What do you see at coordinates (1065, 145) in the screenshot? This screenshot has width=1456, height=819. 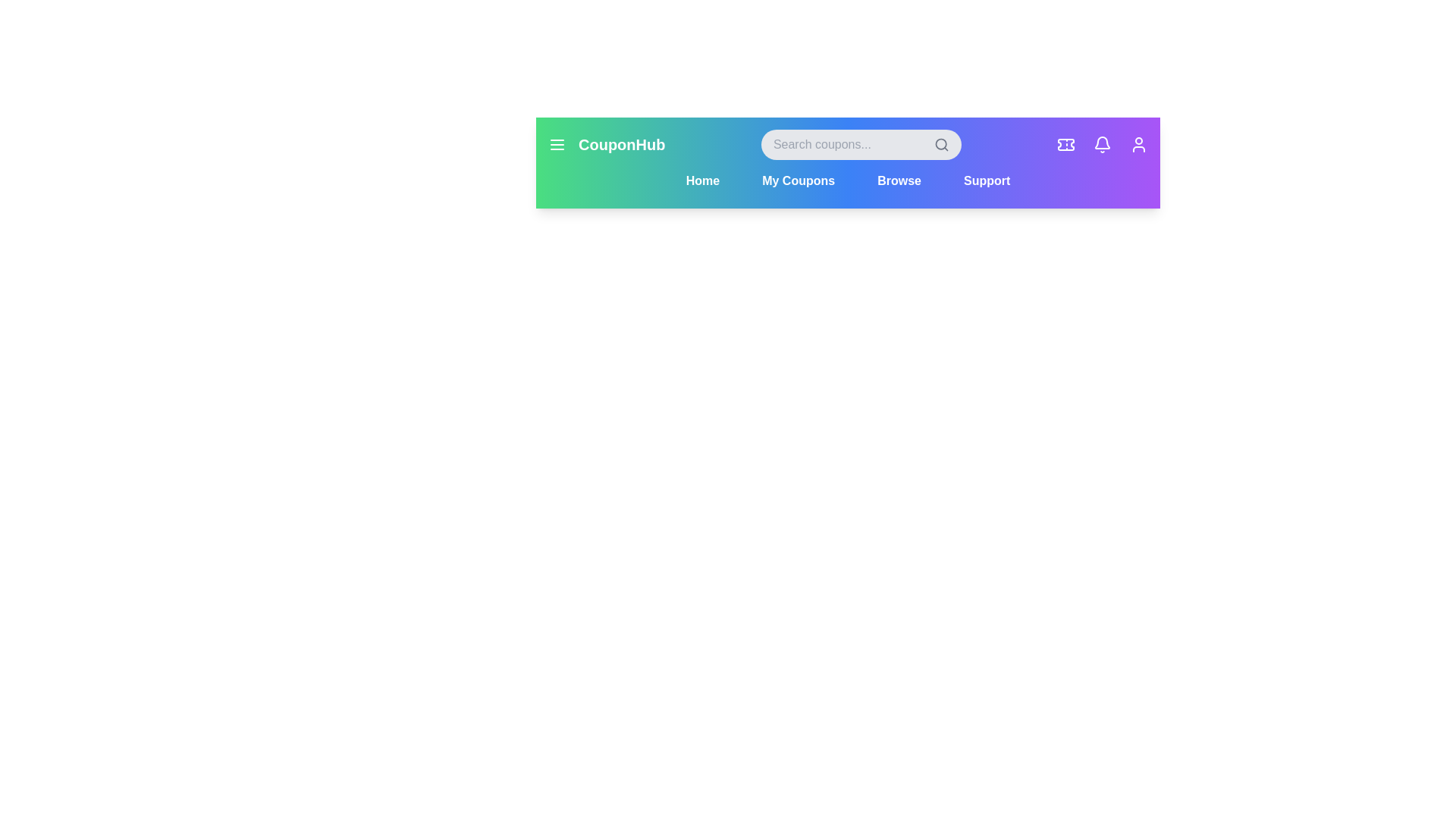 I see `the Coupons icon in the header to access its features` at bounding box center [1065, 145].